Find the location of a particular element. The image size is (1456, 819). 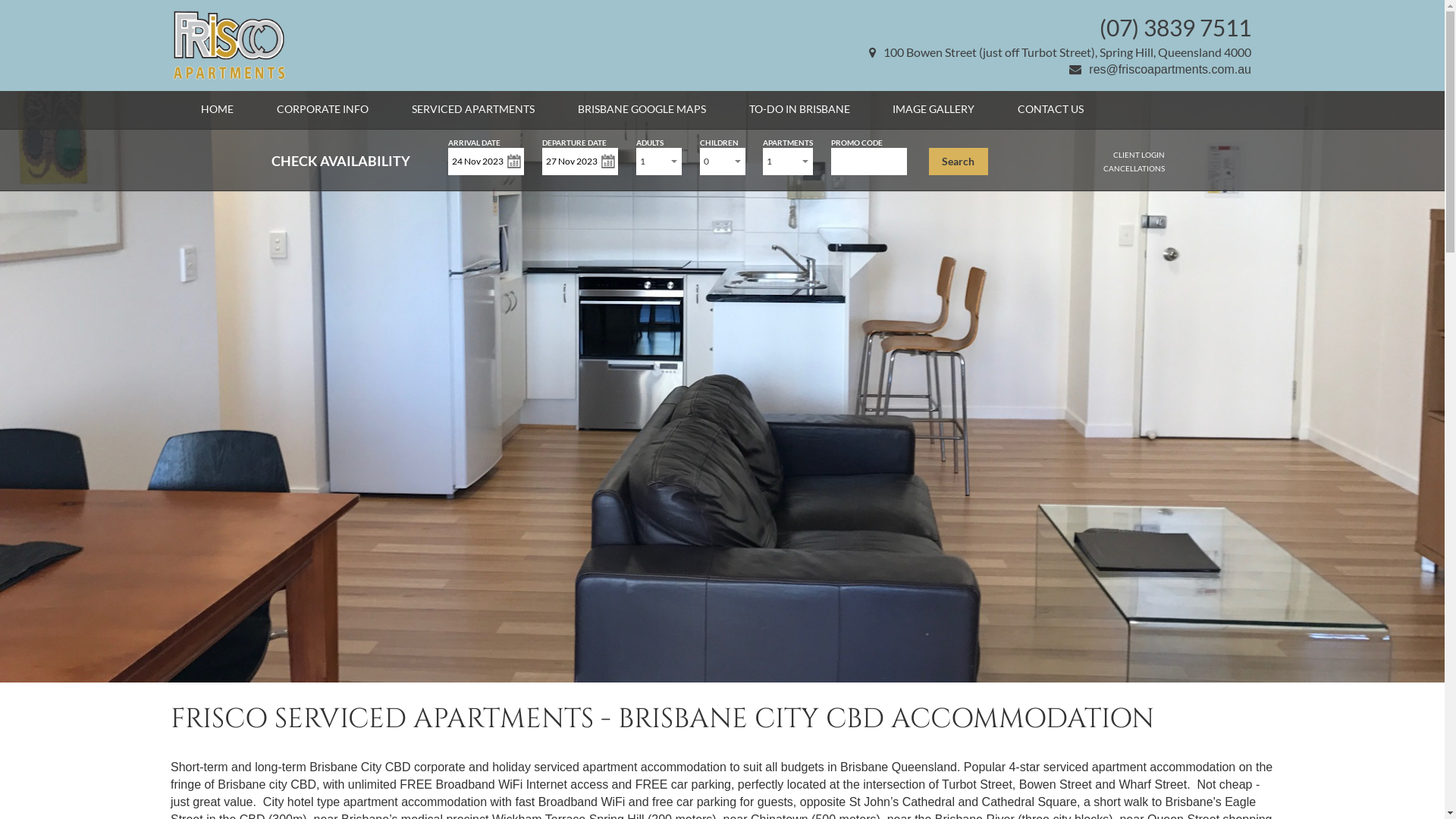

'CANCELLATIONS' is located at coordinates (1134, 168).